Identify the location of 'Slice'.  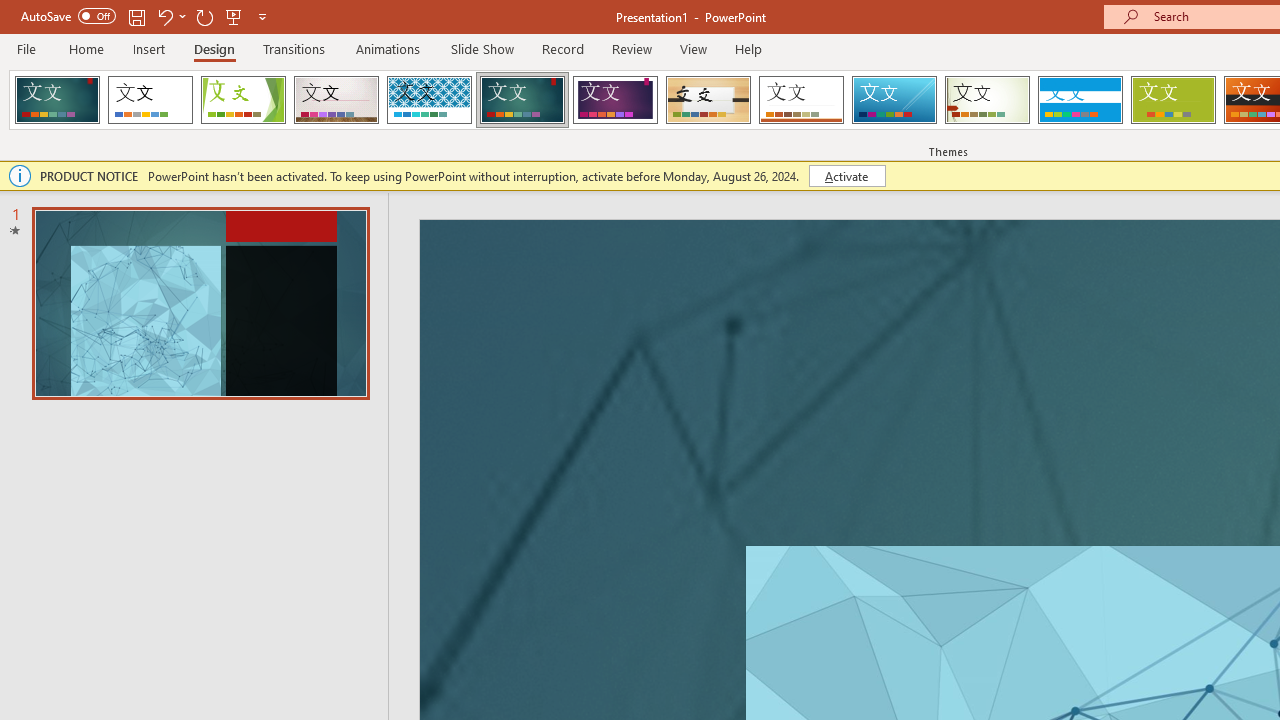
(893, 100).